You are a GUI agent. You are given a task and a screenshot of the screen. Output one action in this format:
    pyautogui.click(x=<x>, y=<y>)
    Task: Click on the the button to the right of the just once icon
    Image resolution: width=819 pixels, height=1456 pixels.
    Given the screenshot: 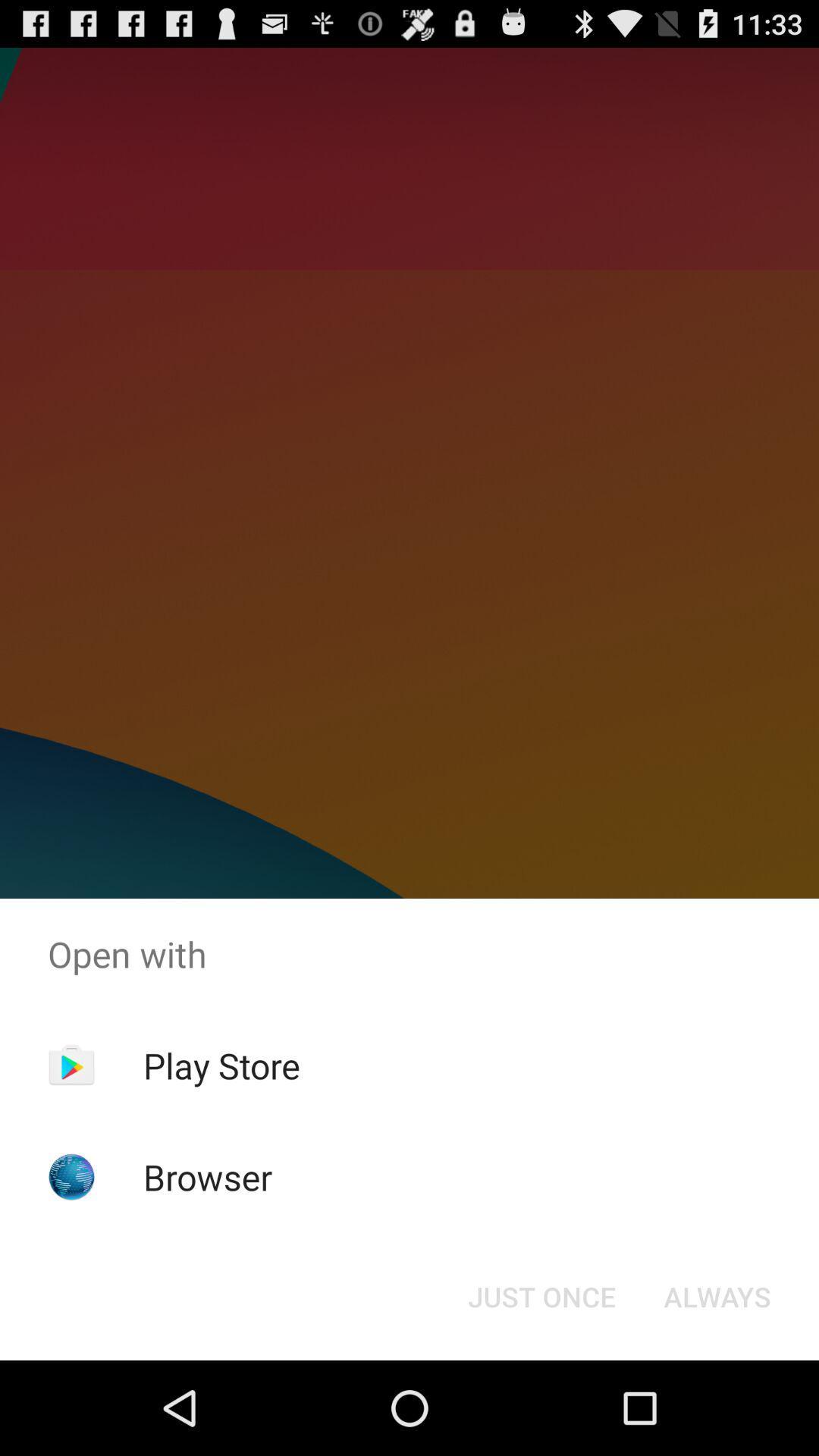 What is the action you would take?
    pyautogui.click(x=717, y=1295)
    